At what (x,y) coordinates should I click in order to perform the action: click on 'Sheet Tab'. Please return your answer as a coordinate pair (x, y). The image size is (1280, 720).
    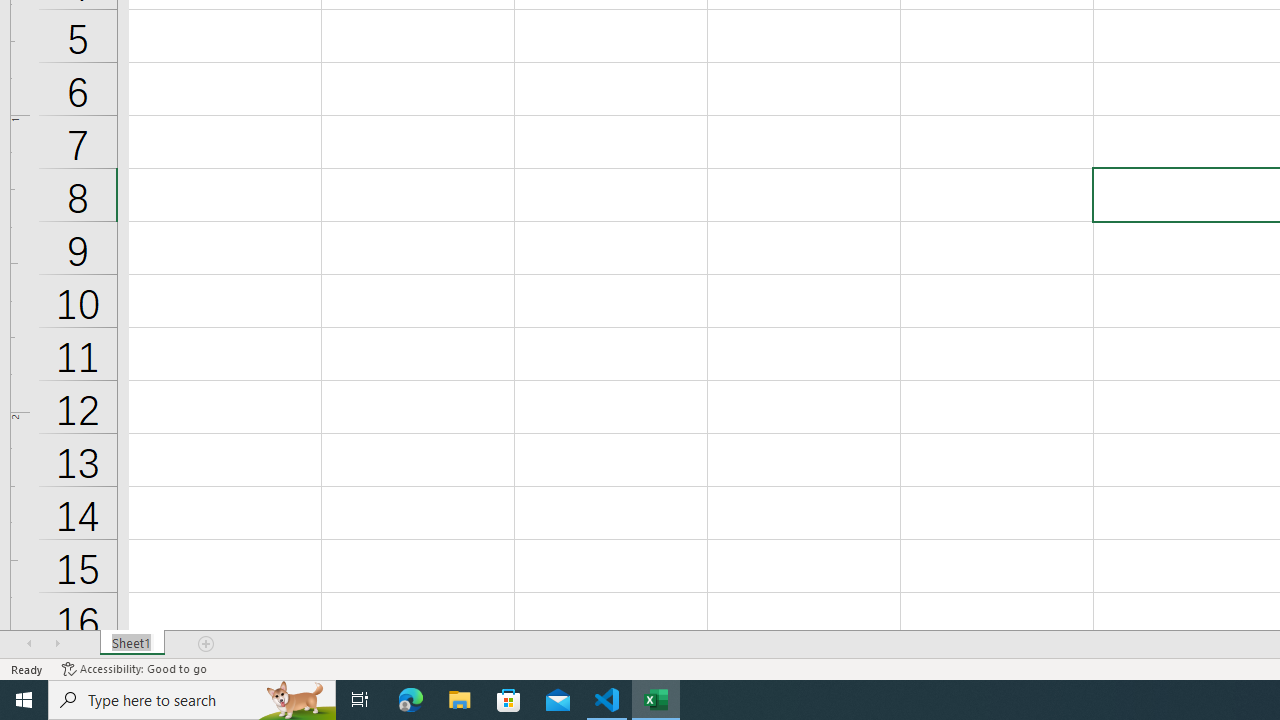
    Looking at the image, I should click on (131, 644).